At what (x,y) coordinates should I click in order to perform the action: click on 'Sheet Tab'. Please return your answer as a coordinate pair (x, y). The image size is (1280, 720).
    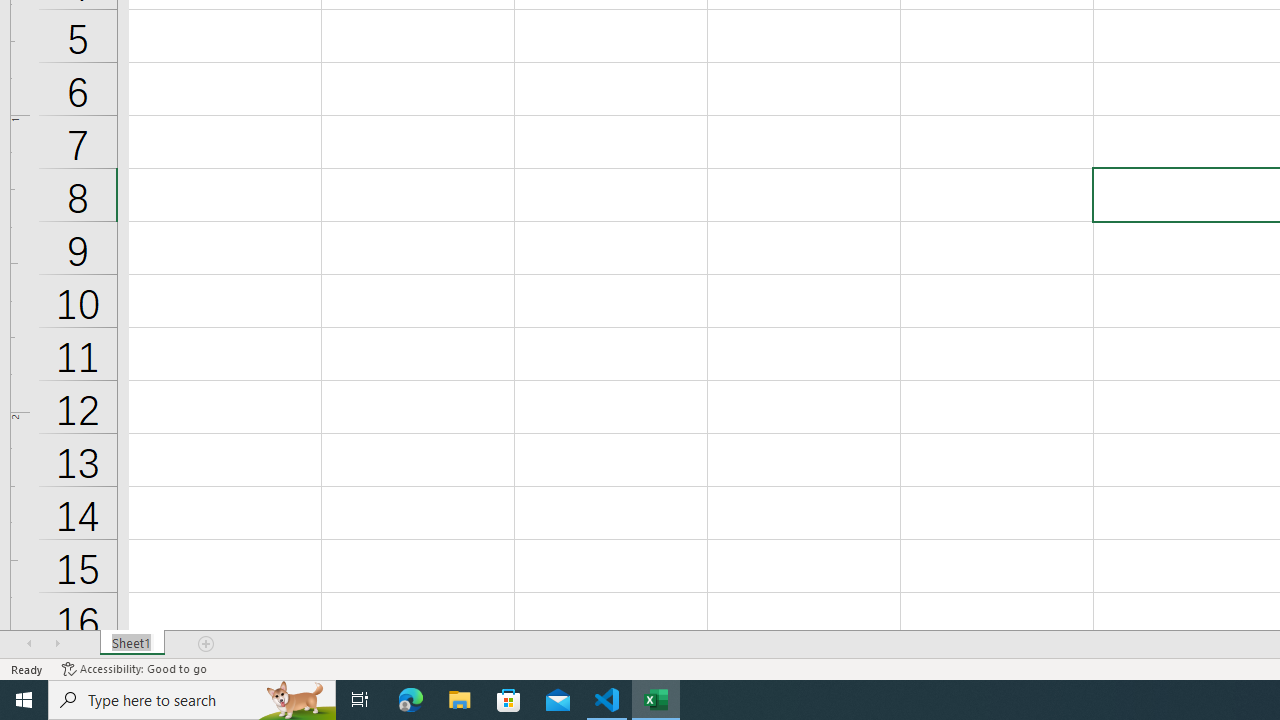
    Looking at the image, I should click on (131, 644).